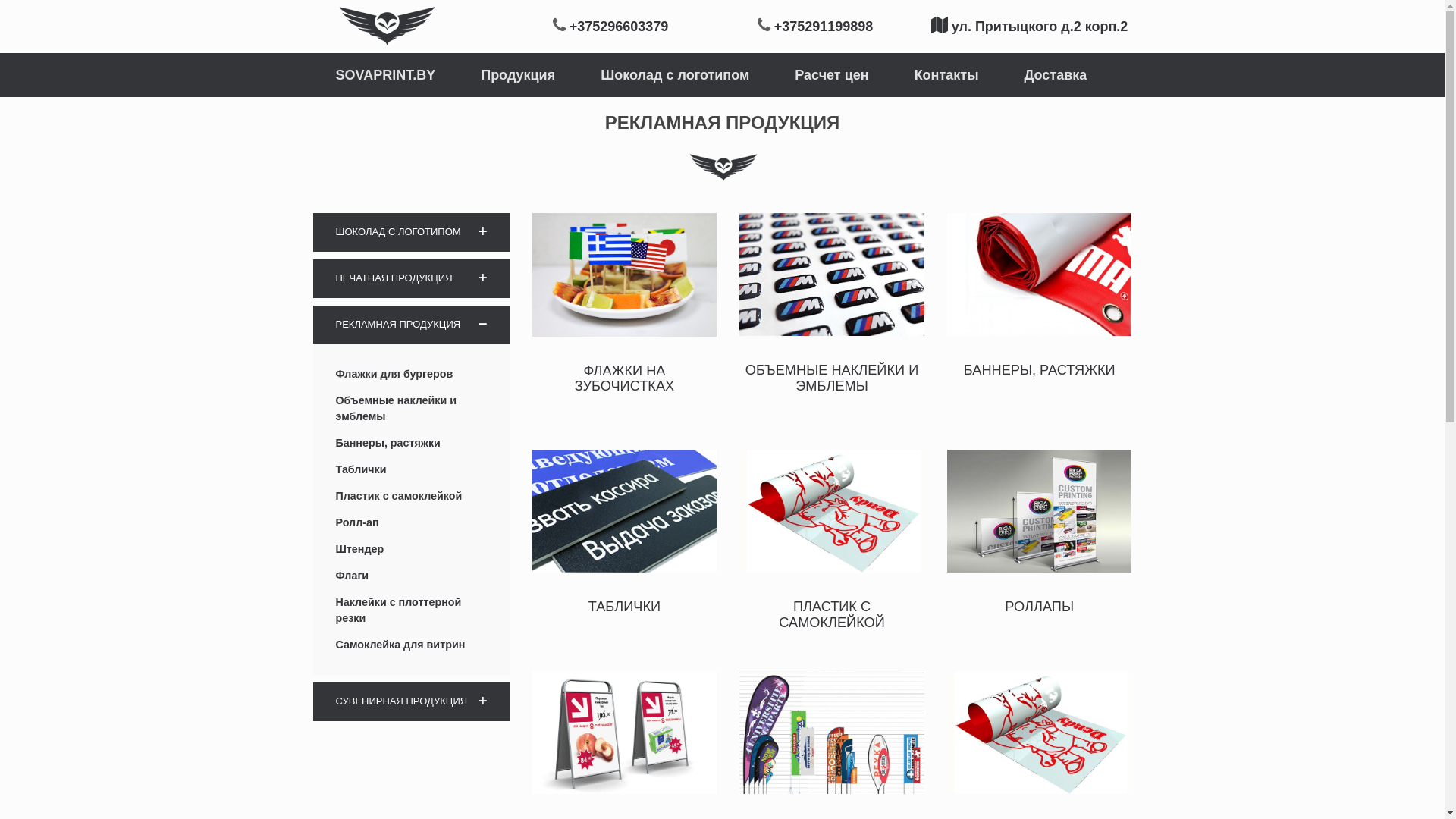 The width and height of the screenshot is (1456, 819). Describe the element at coordinates (385, 75) in the screenshot. I see `'SOVAPRINT.BY'` at that location.